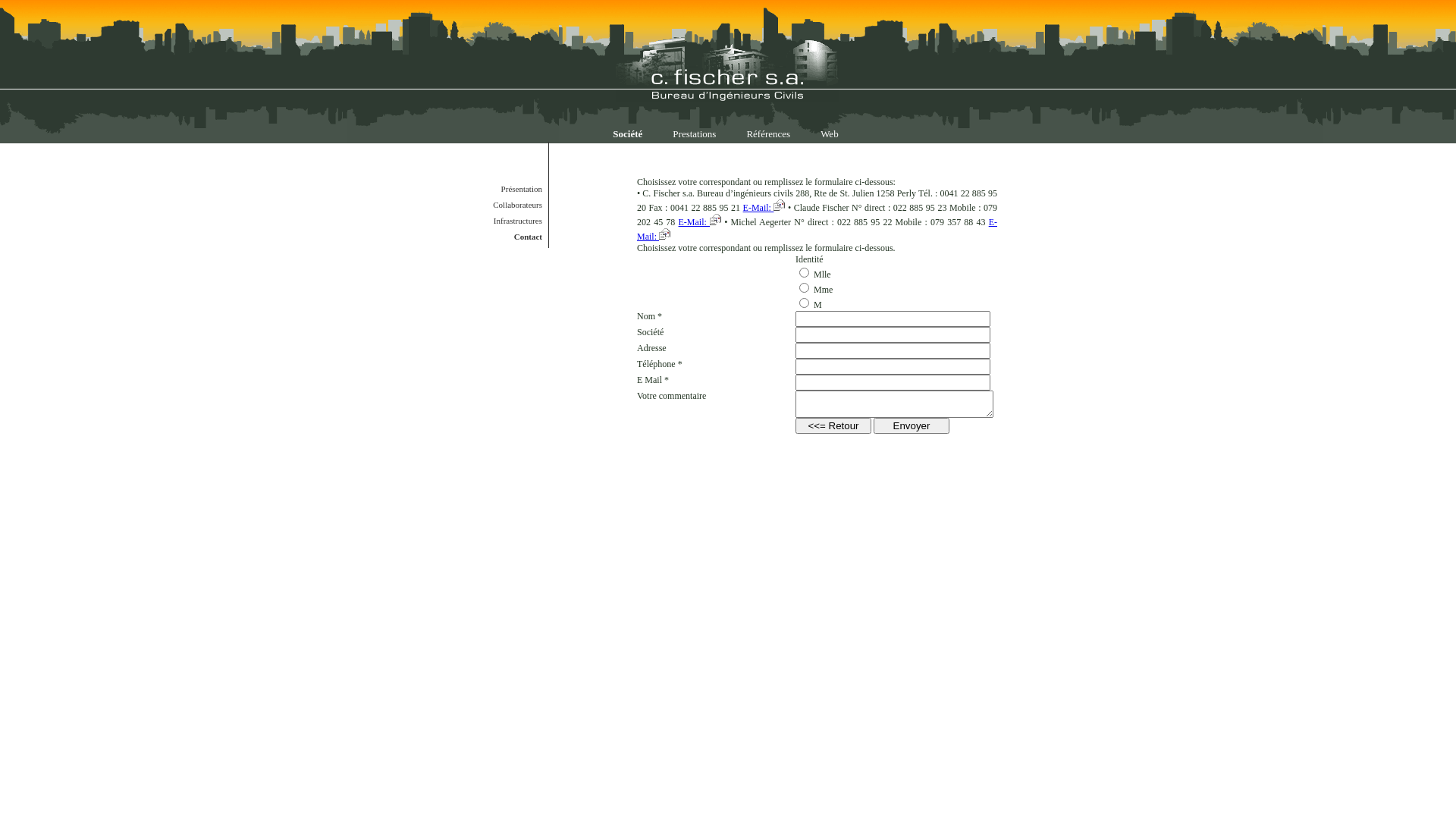 This screenshot has width=1456, height=819. What do you see at coordinates (764, 207) in the screenshot?
I see `'E-Mail:'` at bounding box center [764, 207].